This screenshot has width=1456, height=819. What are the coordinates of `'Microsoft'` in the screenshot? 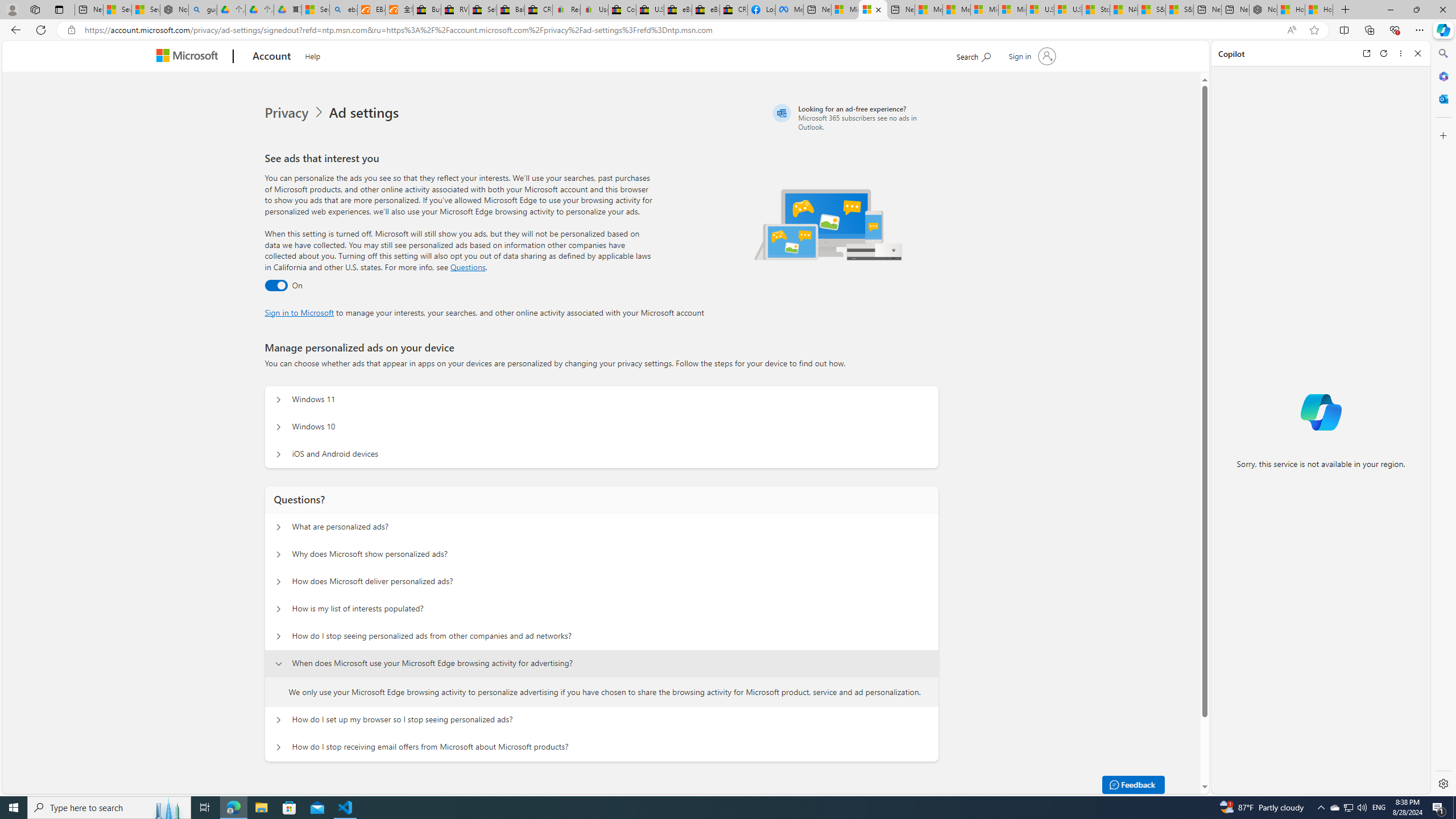 It's located at (190, 56).